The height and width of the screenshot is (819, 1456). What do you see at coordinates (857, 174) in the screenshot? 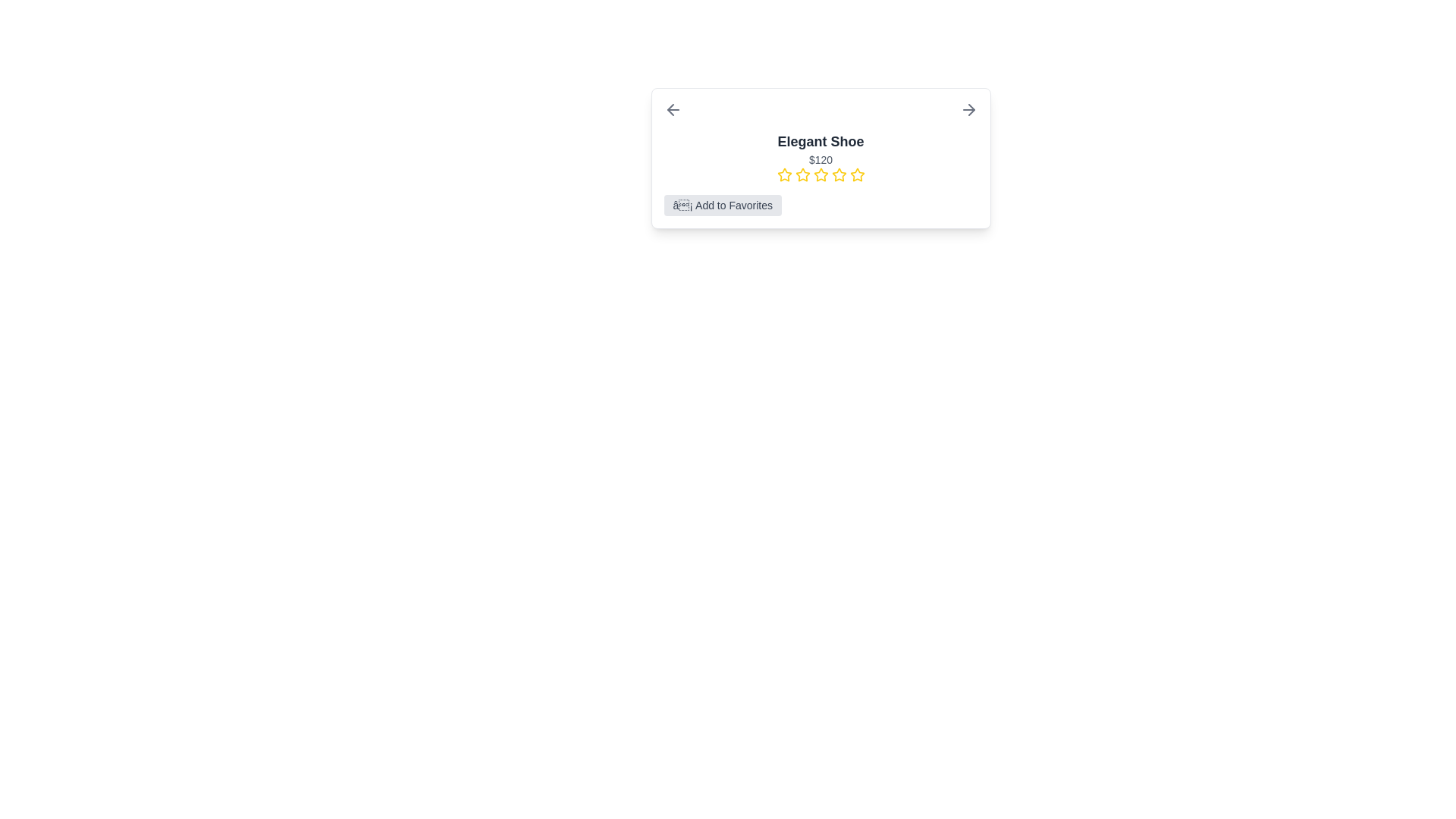
I see `the fifth star icon in the star rating system located below the product name 'Elegant Shoe' and price '$120'` at bounding box center [857, 174].